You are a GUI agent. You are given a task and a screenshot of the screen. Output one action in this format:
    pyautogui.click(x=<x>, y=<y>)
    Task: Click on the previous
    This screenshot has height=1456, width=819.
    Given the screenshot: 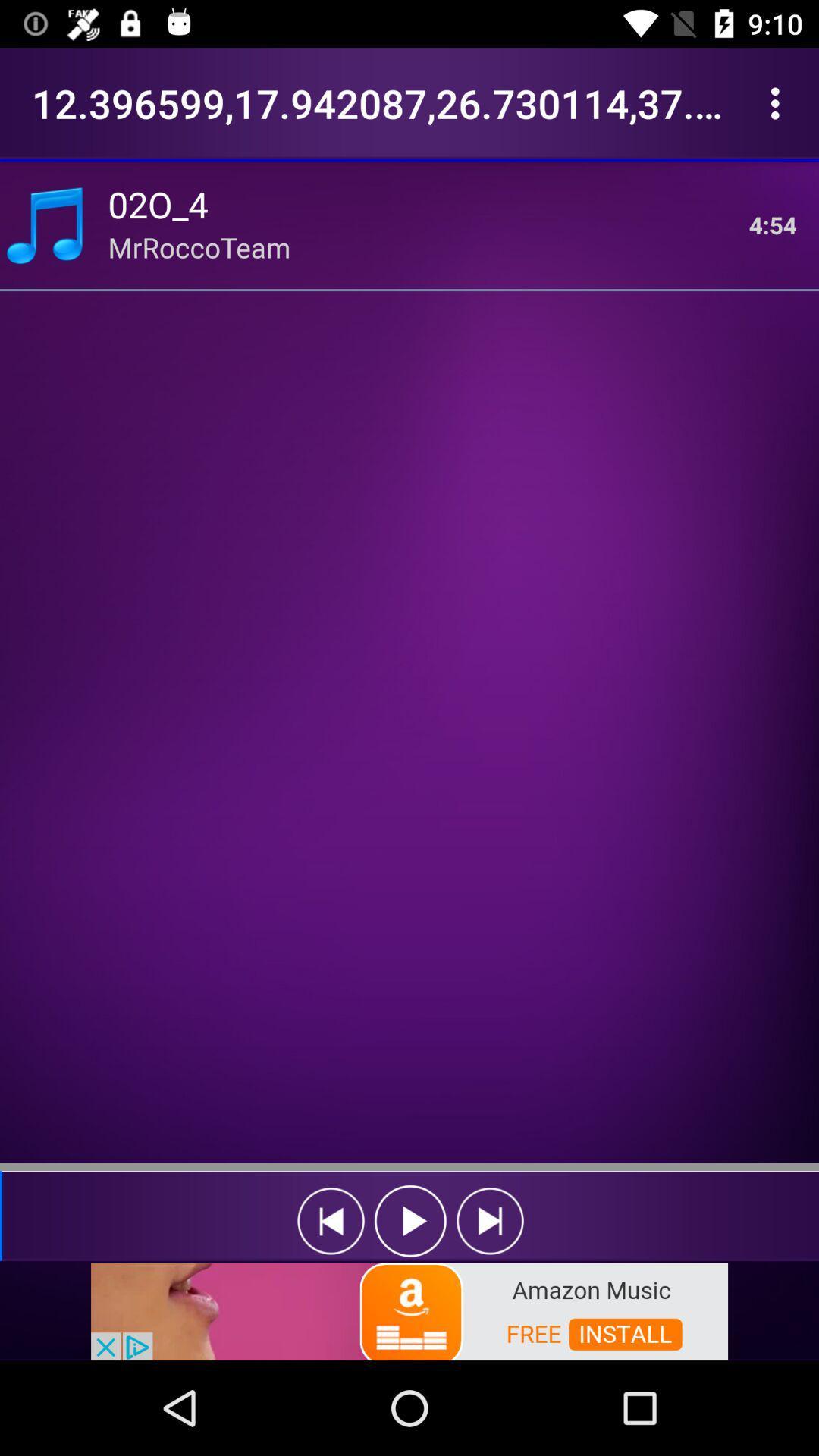 What is the action you would take?
    pyautogui.click(x=410, y=1221)
    